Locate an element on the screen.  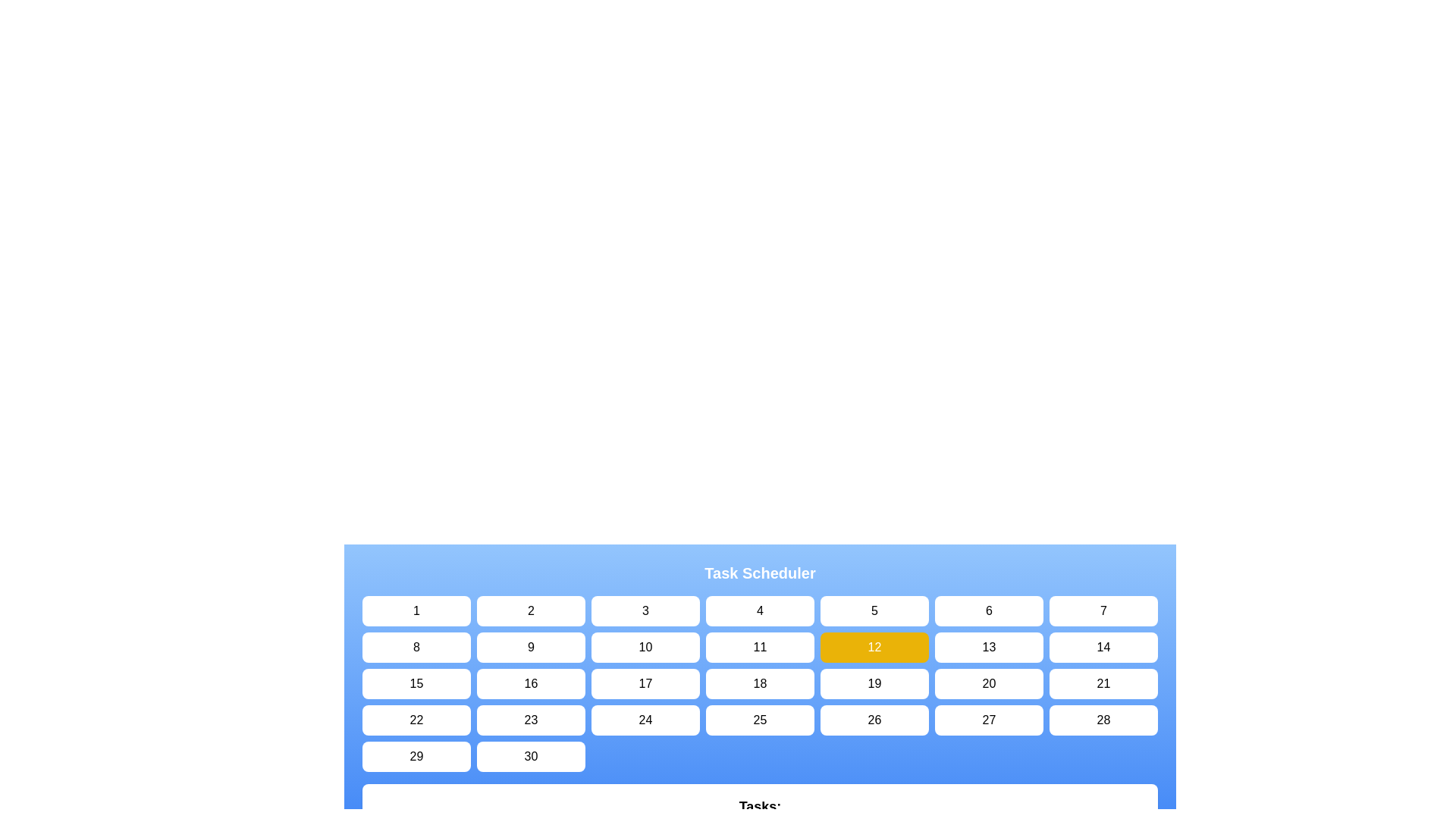
the button located in the second-row, first-column cell of the task scheduling interface for reordering or selection is located at coordinates (416, 647).